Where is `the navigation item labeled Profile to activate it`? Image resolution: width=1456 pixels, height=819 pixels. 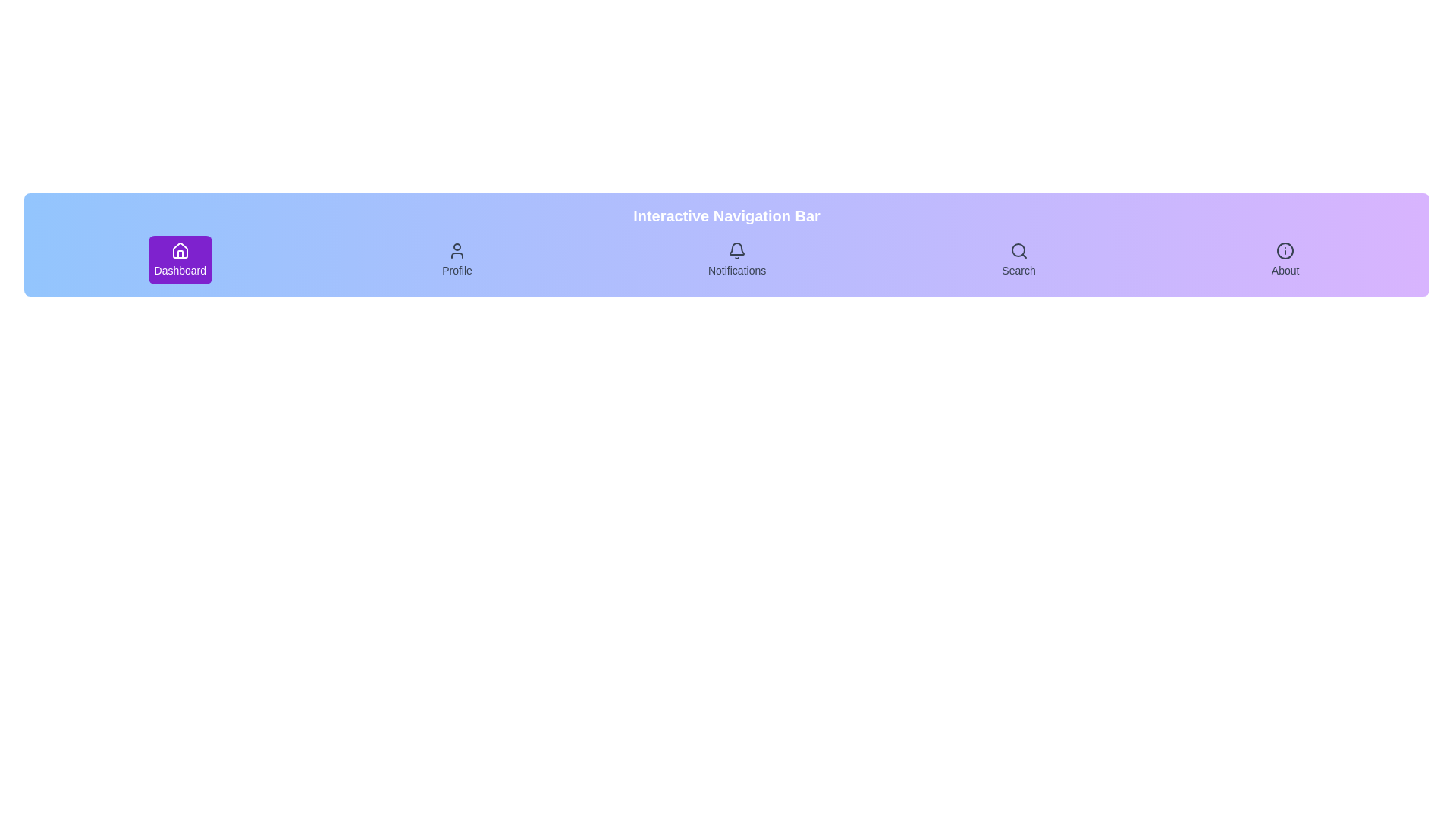
the navigation item labeled Profile to activate it is located at coordinates (457, 259).